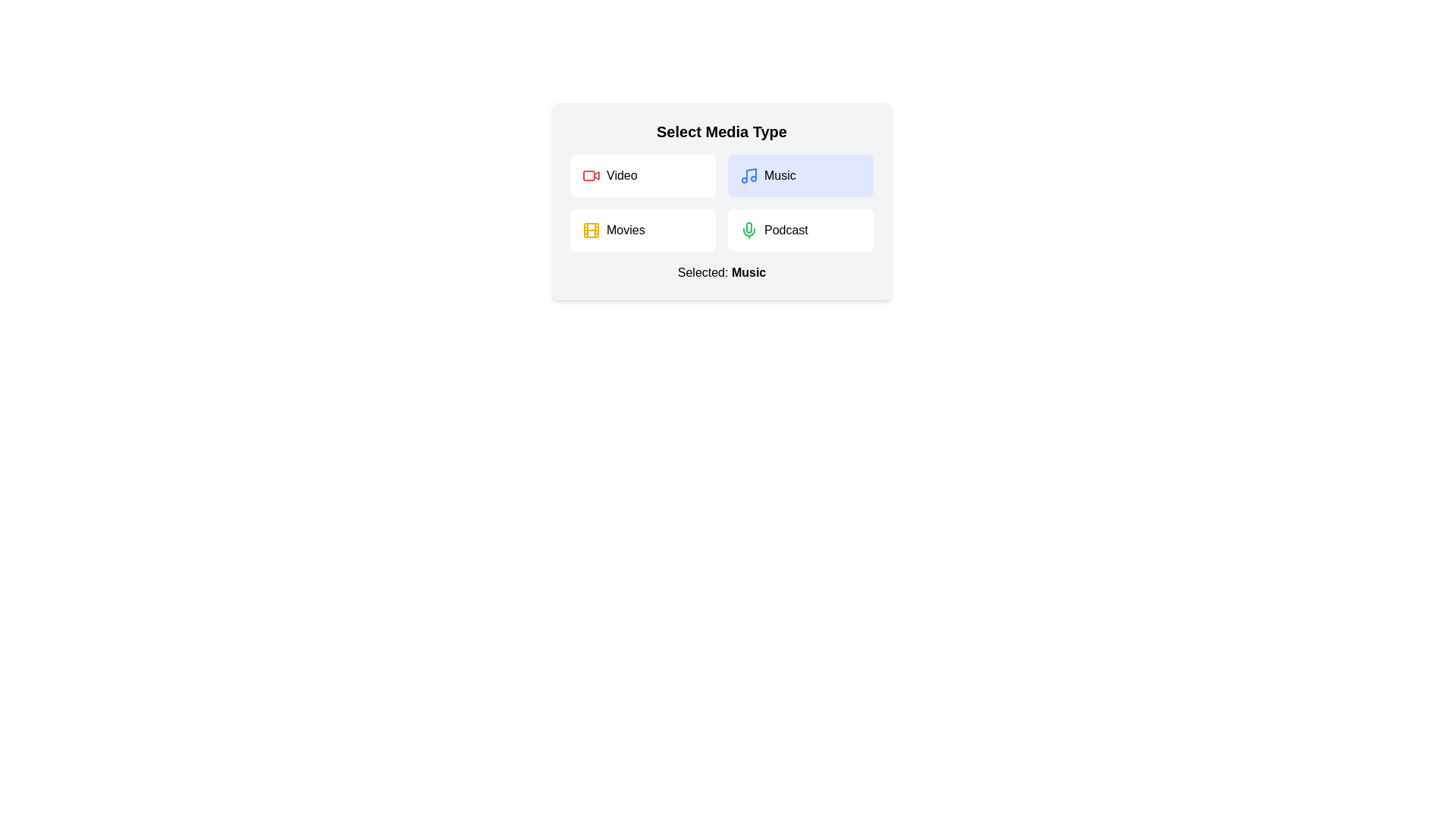 The image size is (1456, 819). What do you see at coordinates (800, 231) in the screenshot?
I see `the media type Podcast by clicking on its corresponding button` at bounding box center [800, 231].